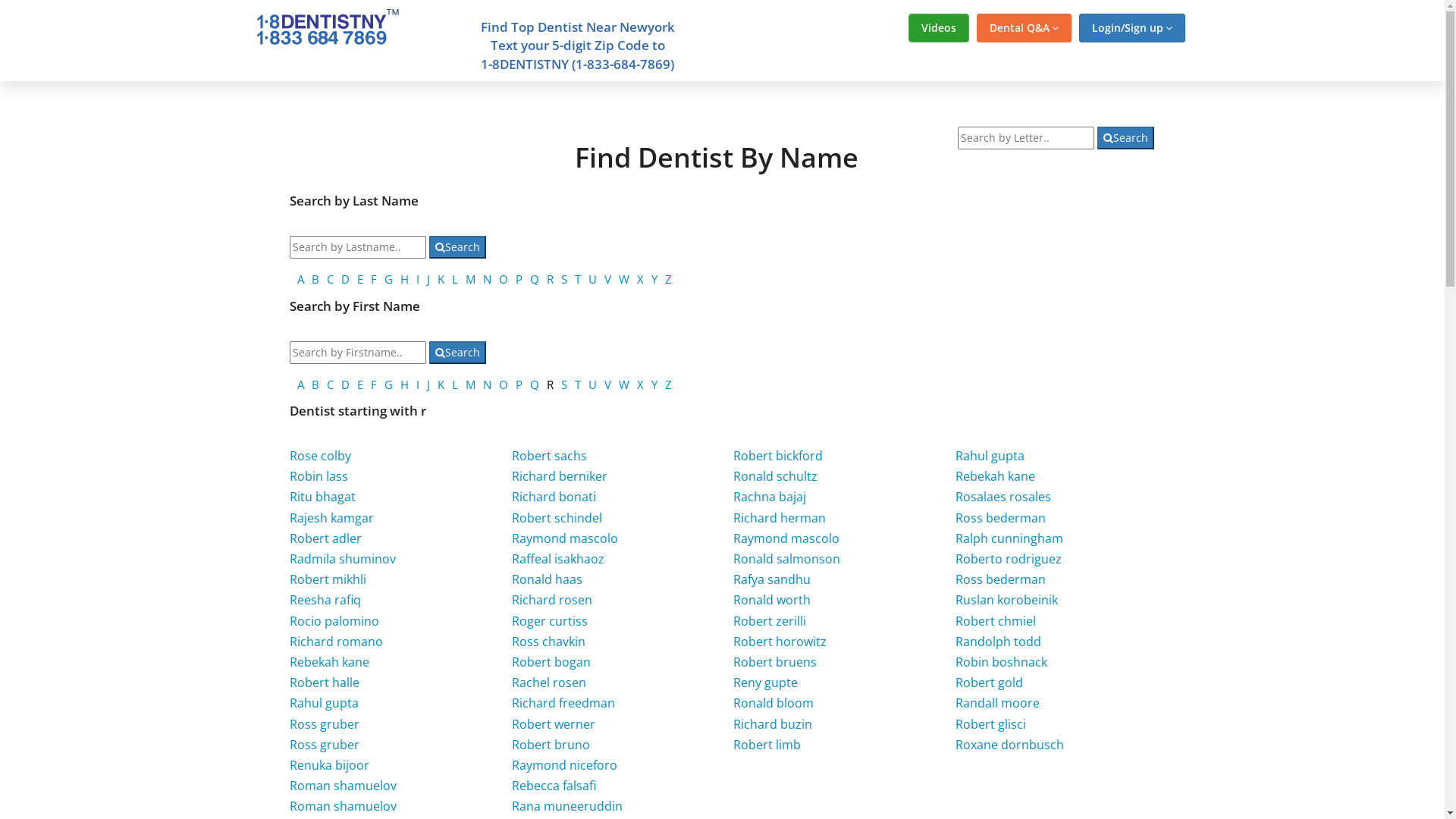 Image resolution: width=1456 pixels, height=819 pixels. Describe the element at coordinates (1003, 497) in the screenshot. I see `'Rosalaes rosales'` at that location.